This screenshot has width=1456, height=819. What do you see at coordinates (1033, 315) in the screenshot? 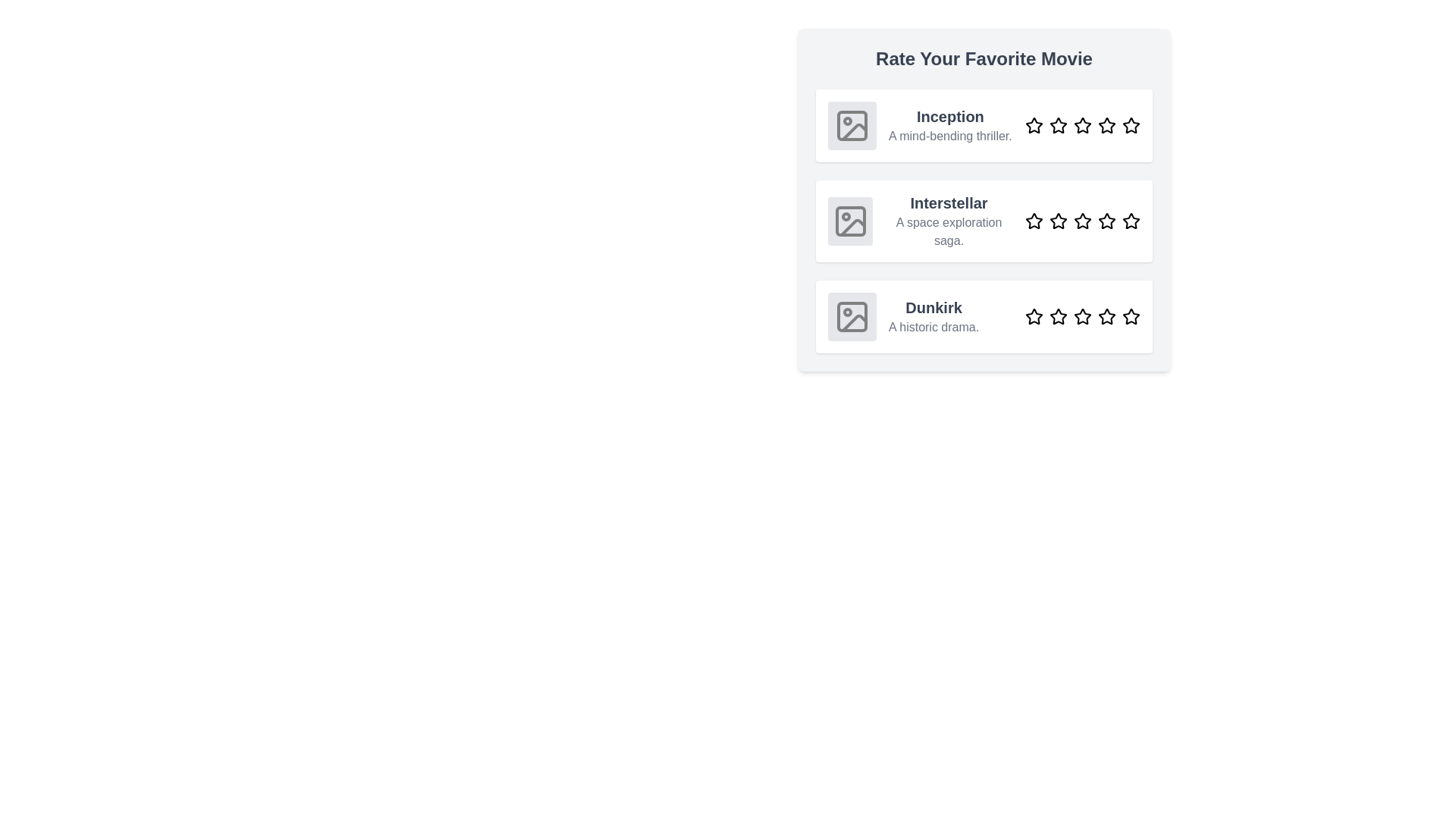
I see `the first interactive rating star for the movie 'Dunkirk' to rate it` at bounding box center [1033, 315].